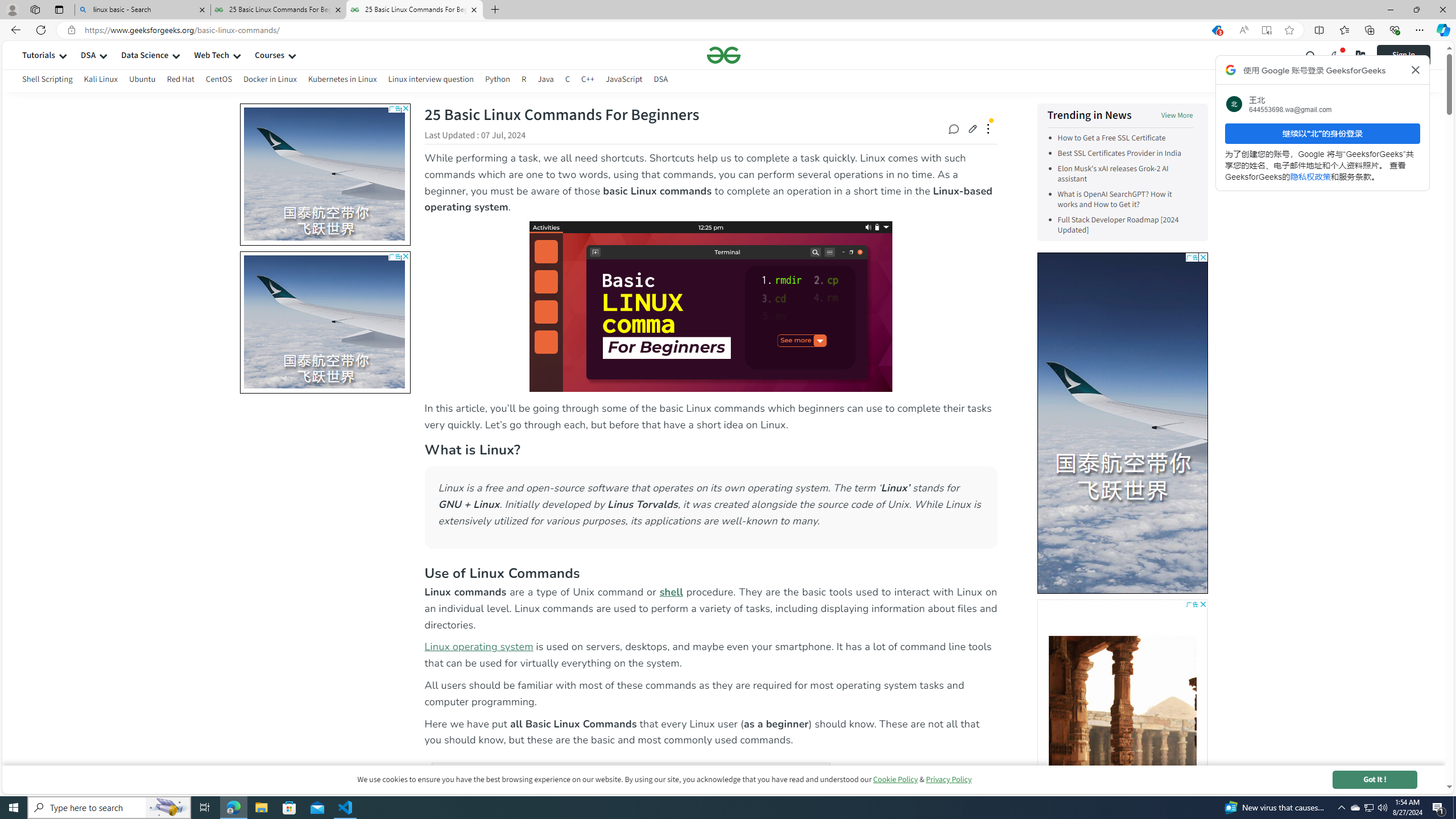 The width and height of the screenshot is (1456, 819). Describe the element at coordinates (1266, 30) in the screenshot. I see `'Enter Immersive Reader (F9)'` at that location.